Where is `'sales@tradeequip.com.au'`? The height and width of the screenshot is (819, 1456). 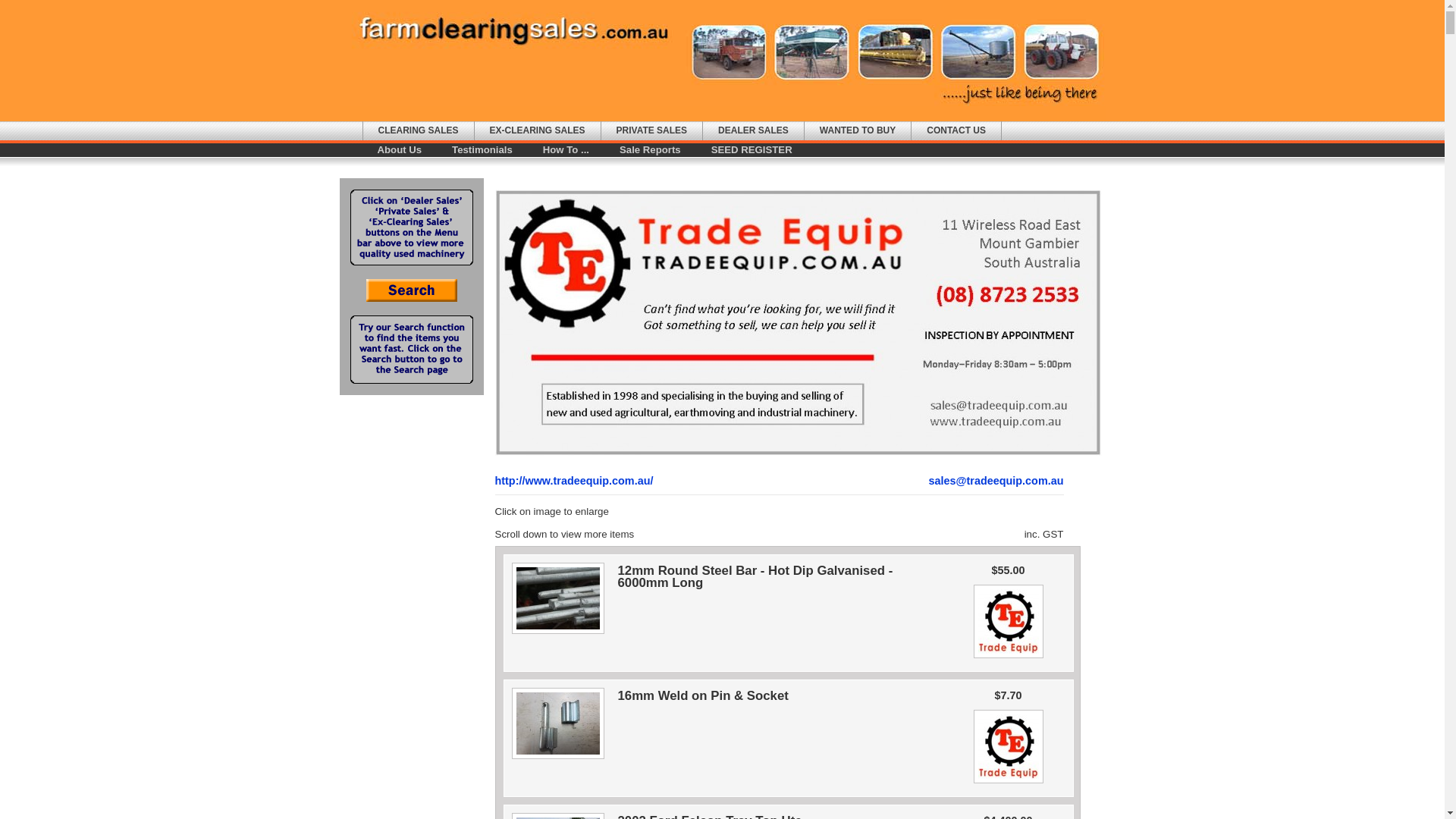 'sales@tradeequip.com.au' is located at coordinates (996, 480).